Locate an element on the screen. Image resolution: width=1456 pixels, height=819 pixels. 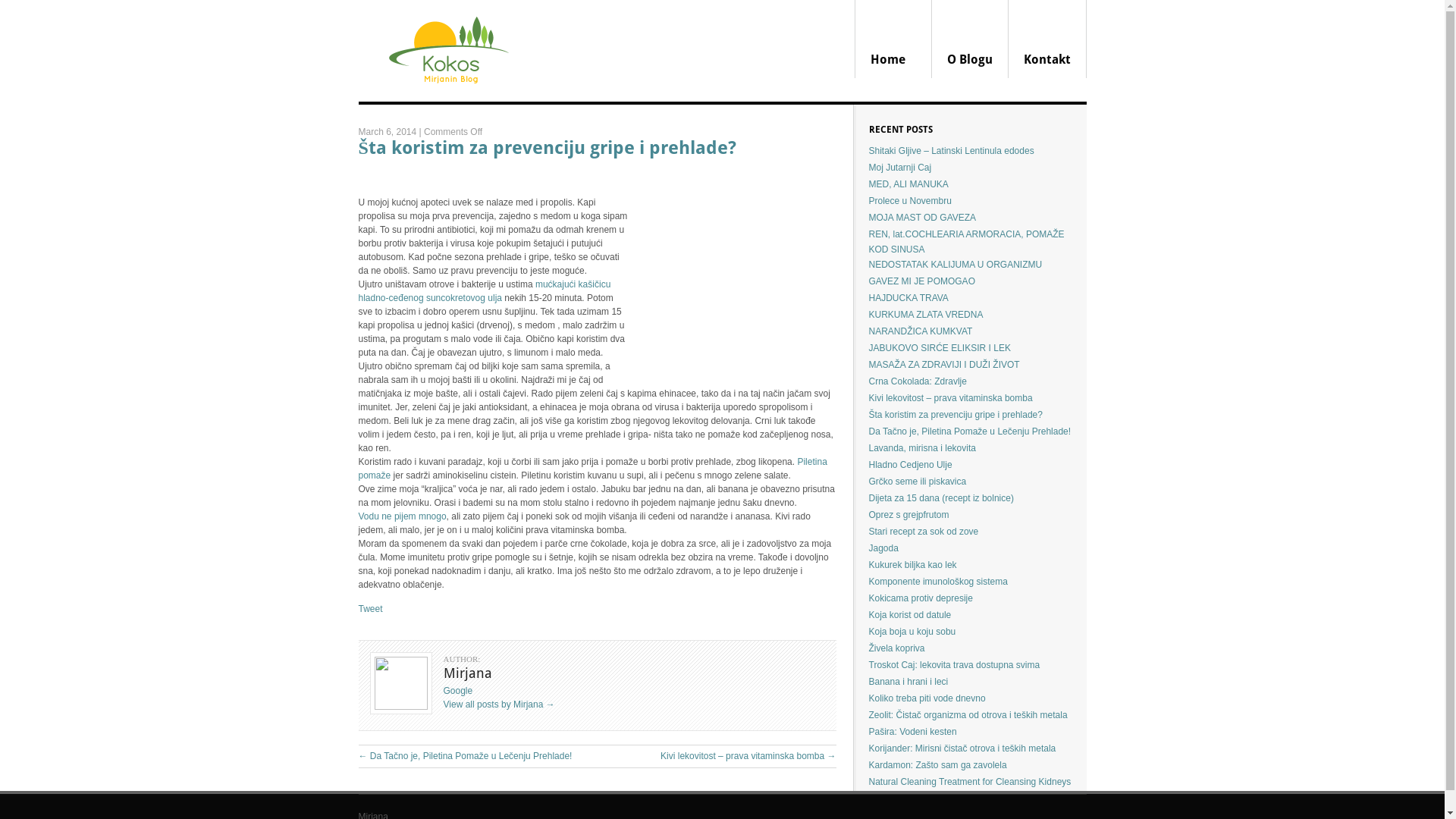
'Home' is located at coordinates (855, 38).